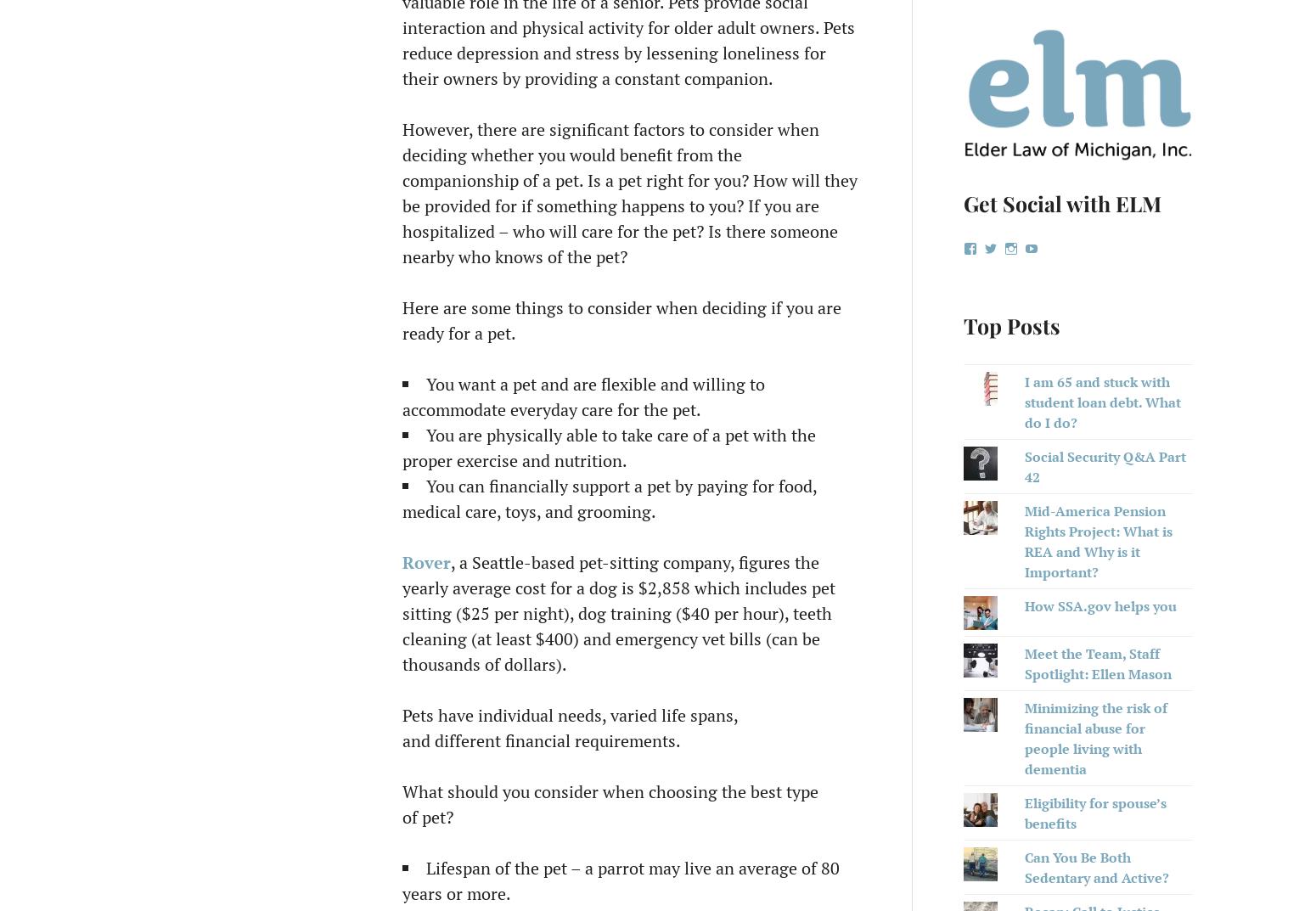 This screenshot has height=911, width=1316. What do you see at coordinates (1024, 663) in the screenshot?
I see `'Meet the Team, Staff Spotlight: Ellen Mason'` at bounding box center [1024, 663].